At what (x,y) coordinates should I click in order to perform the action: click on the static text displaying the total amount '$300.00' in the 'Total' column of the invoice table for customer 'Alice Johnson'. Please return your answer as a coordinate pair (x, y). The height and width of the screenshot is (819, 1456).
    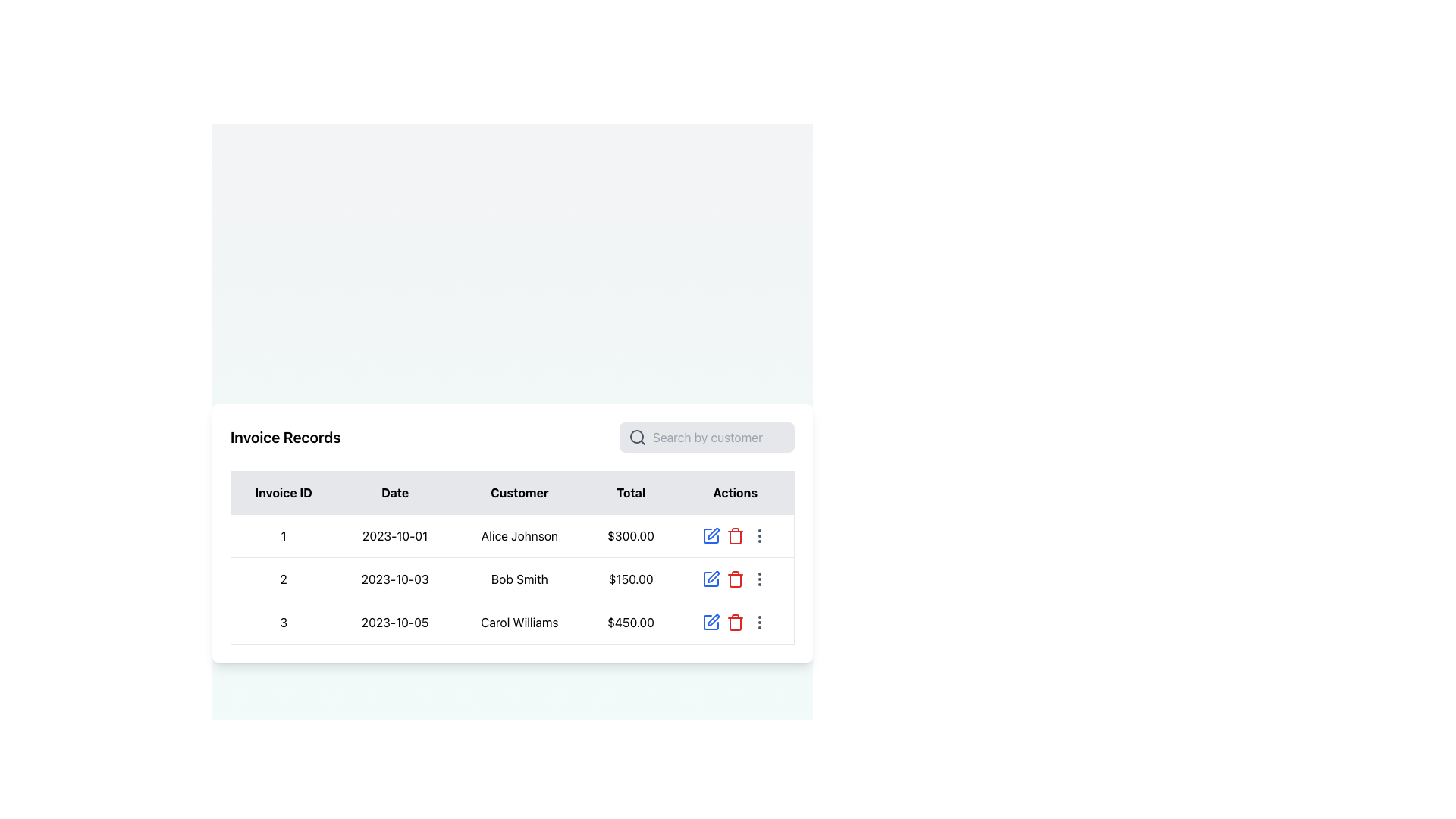
    Looking at the image, I should click on (631, 535).